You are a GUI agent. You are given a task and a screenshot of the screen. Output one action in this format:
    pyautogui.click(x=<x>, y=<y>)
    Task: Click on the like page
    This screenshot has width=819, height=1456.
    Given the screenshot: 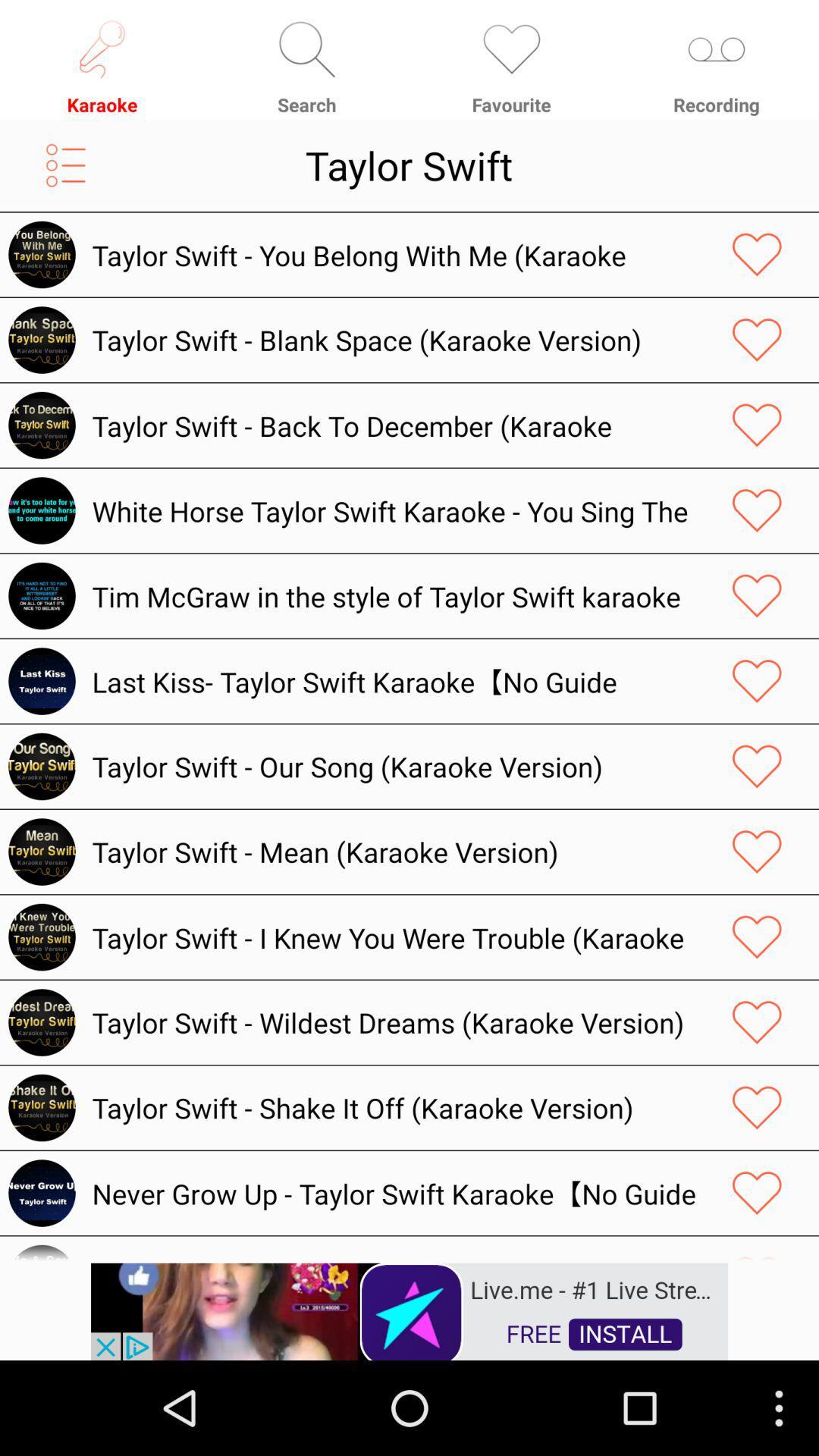 What is the action you would take?
    pyautogui.click(x=757, y=680)
    